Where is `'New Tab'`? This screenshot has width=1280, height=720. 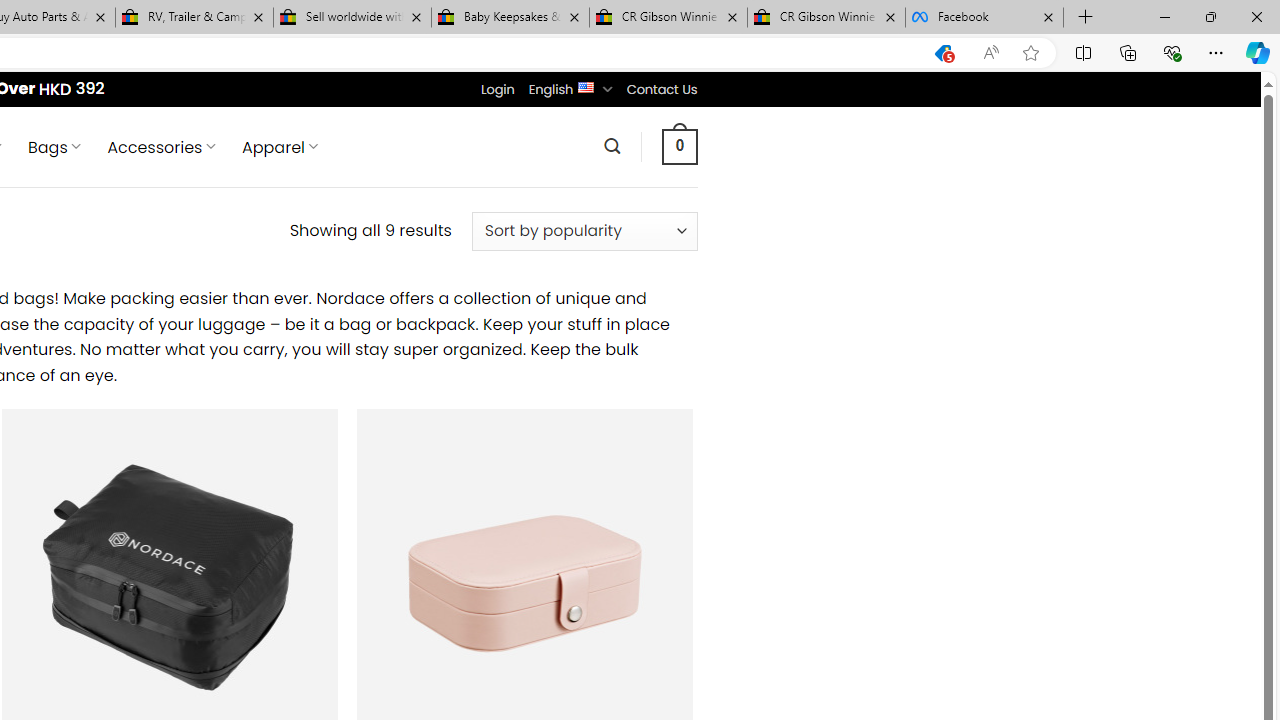 'New Tab' is located at coordinates (1085, 17).